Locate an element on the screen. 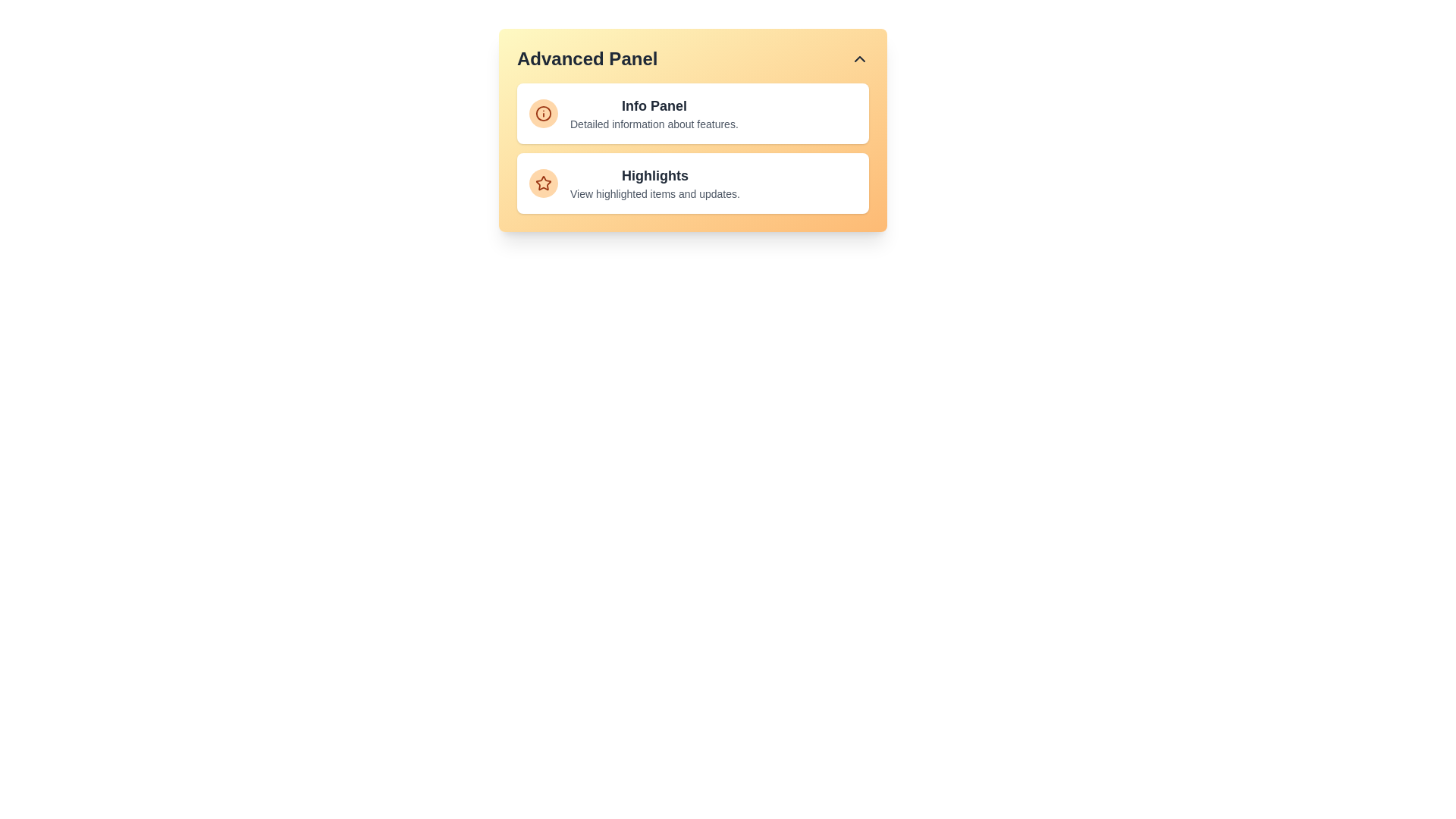 This screenshot has height=819, width=1456. the item card labeled 'Highlights' within the panel is located at coordinates (692, 183).